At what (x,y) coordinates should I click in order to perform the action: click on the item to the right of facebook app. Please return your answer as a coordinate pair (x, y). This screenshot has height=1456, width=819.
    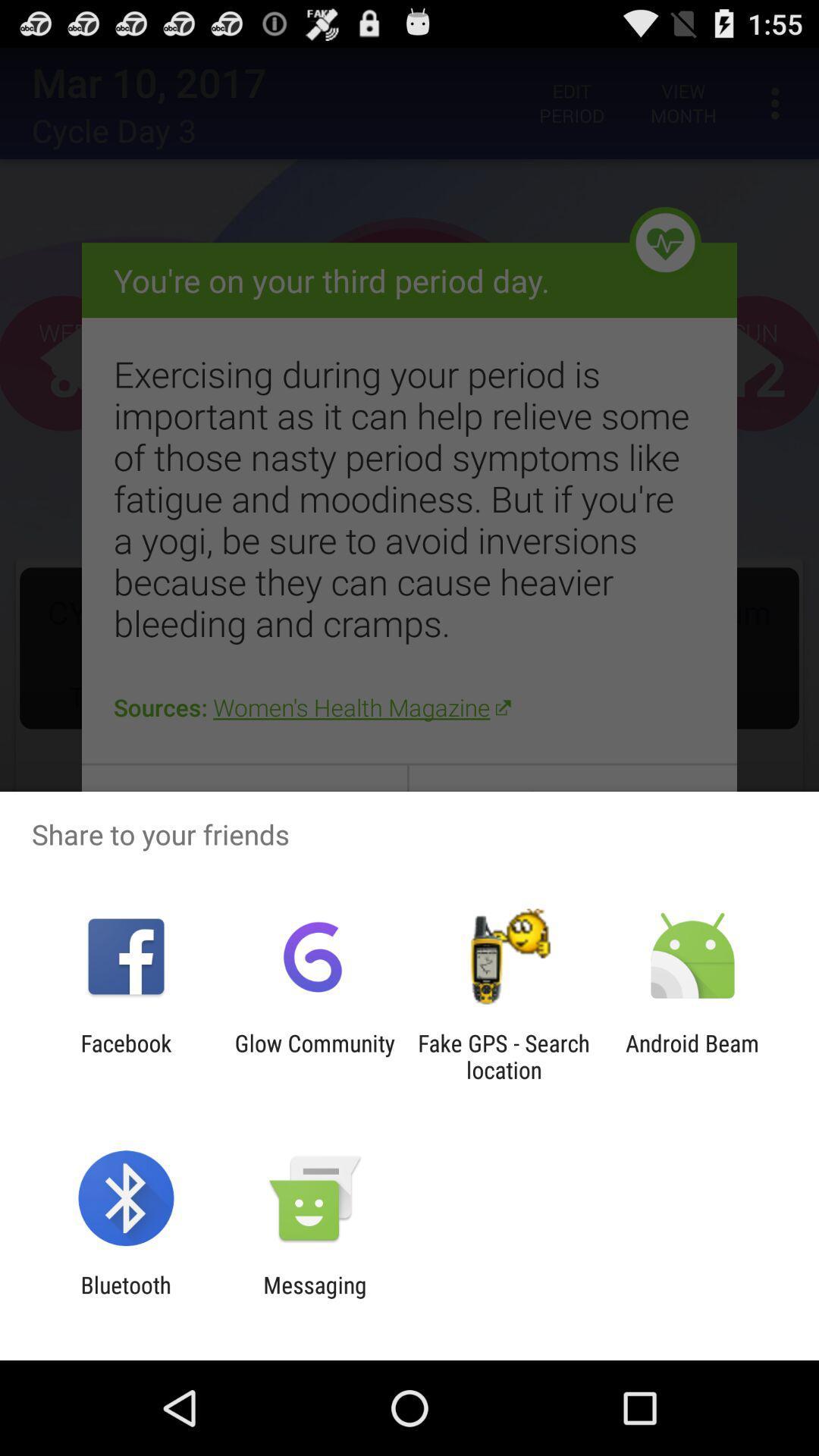
    Looking at the image, I should click on (314, 1056).